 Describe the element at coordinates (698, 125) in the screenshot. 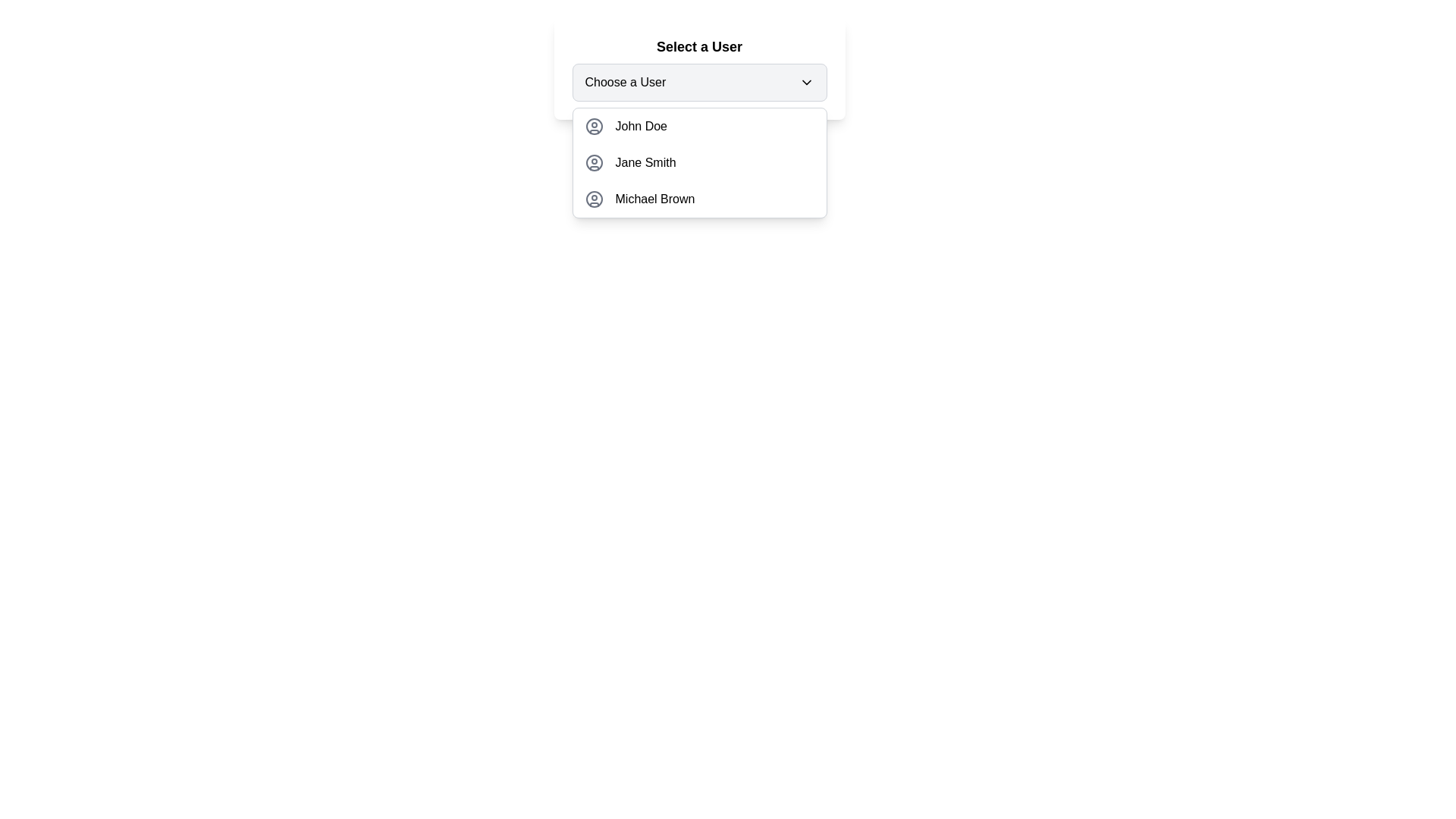

I see `the first selectable user option in the dropdown menu labeled 'Select a User'` at that location.